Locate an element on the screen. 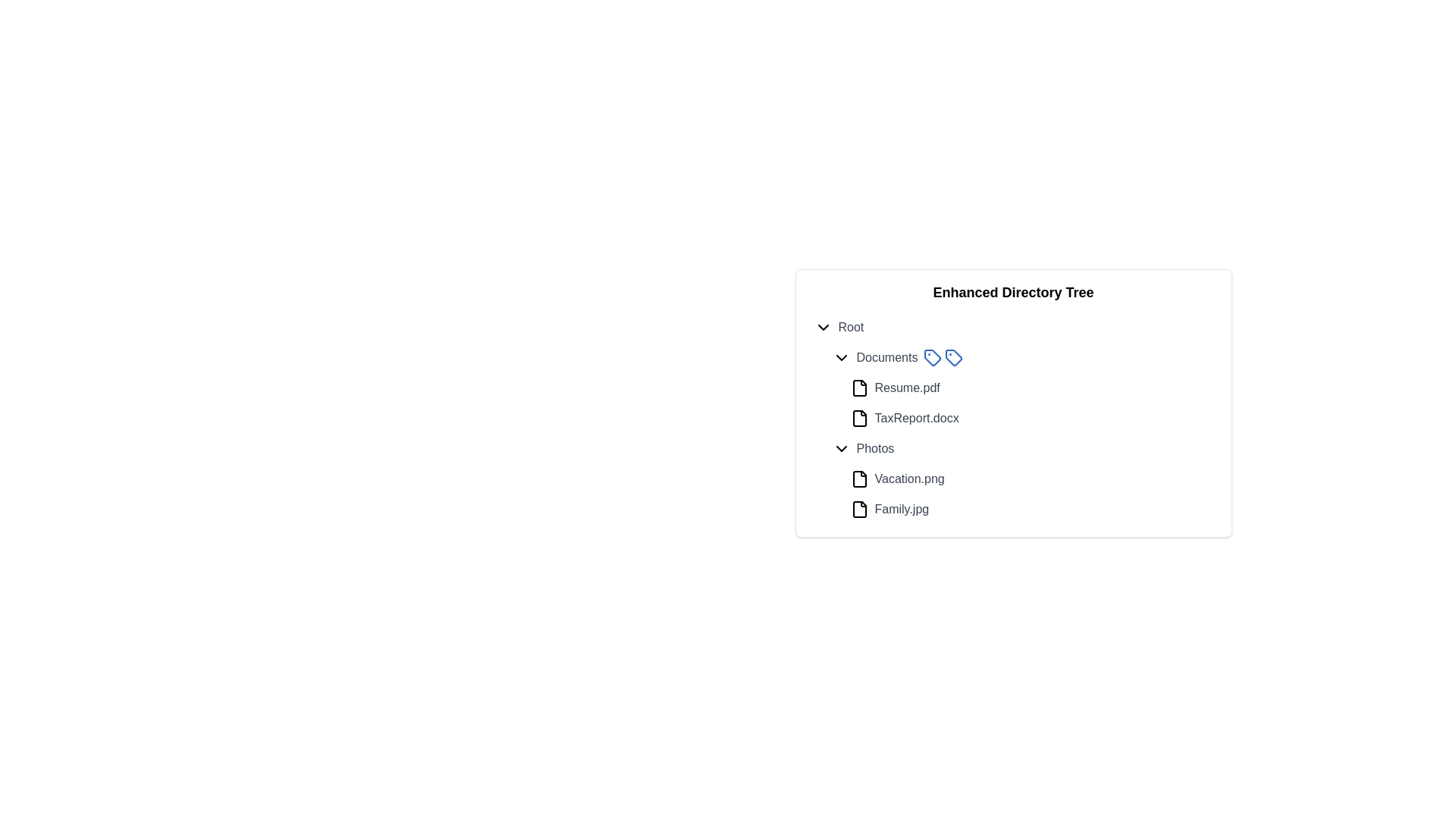 This screenshot has height=819, width=1456. the list item element representing the file 'Vacation.png' or 'Family.jpg' is located at coordinates (1022, 479).